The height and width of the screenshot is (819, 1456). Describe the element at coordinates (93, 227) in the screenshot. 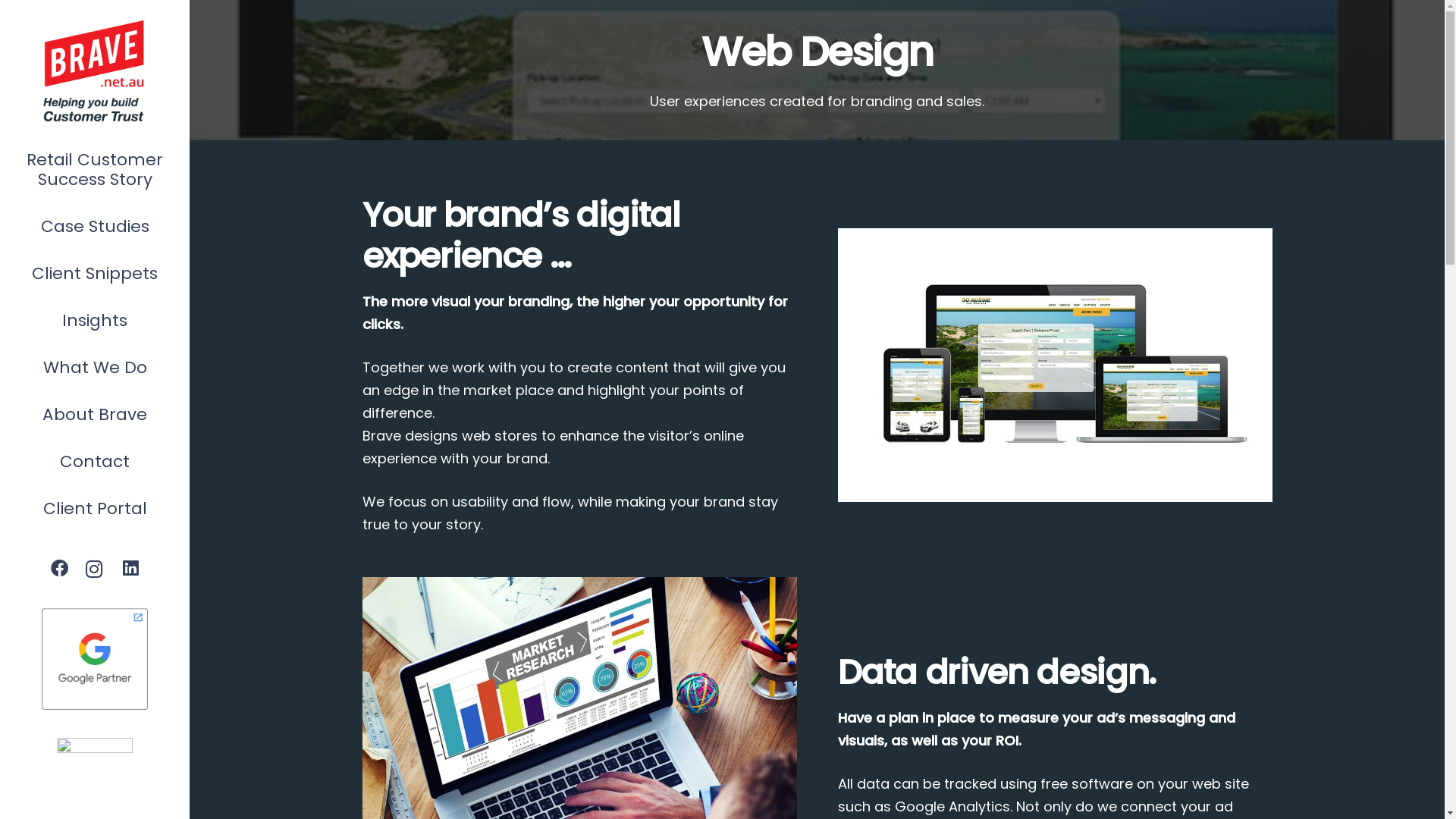

I see `'Case Studies'` at that location.